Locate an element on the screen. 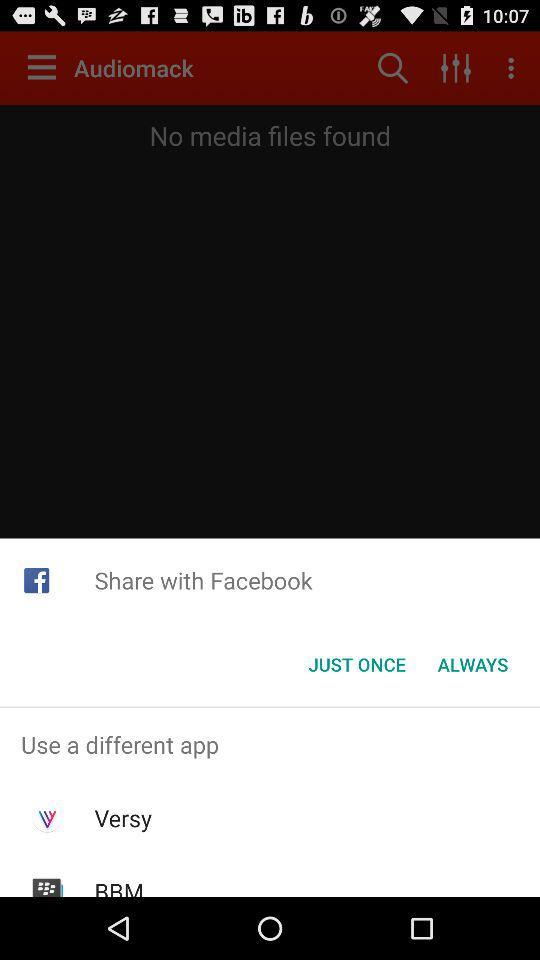  icon to the left of the always button is located at coordinates (356, 664).